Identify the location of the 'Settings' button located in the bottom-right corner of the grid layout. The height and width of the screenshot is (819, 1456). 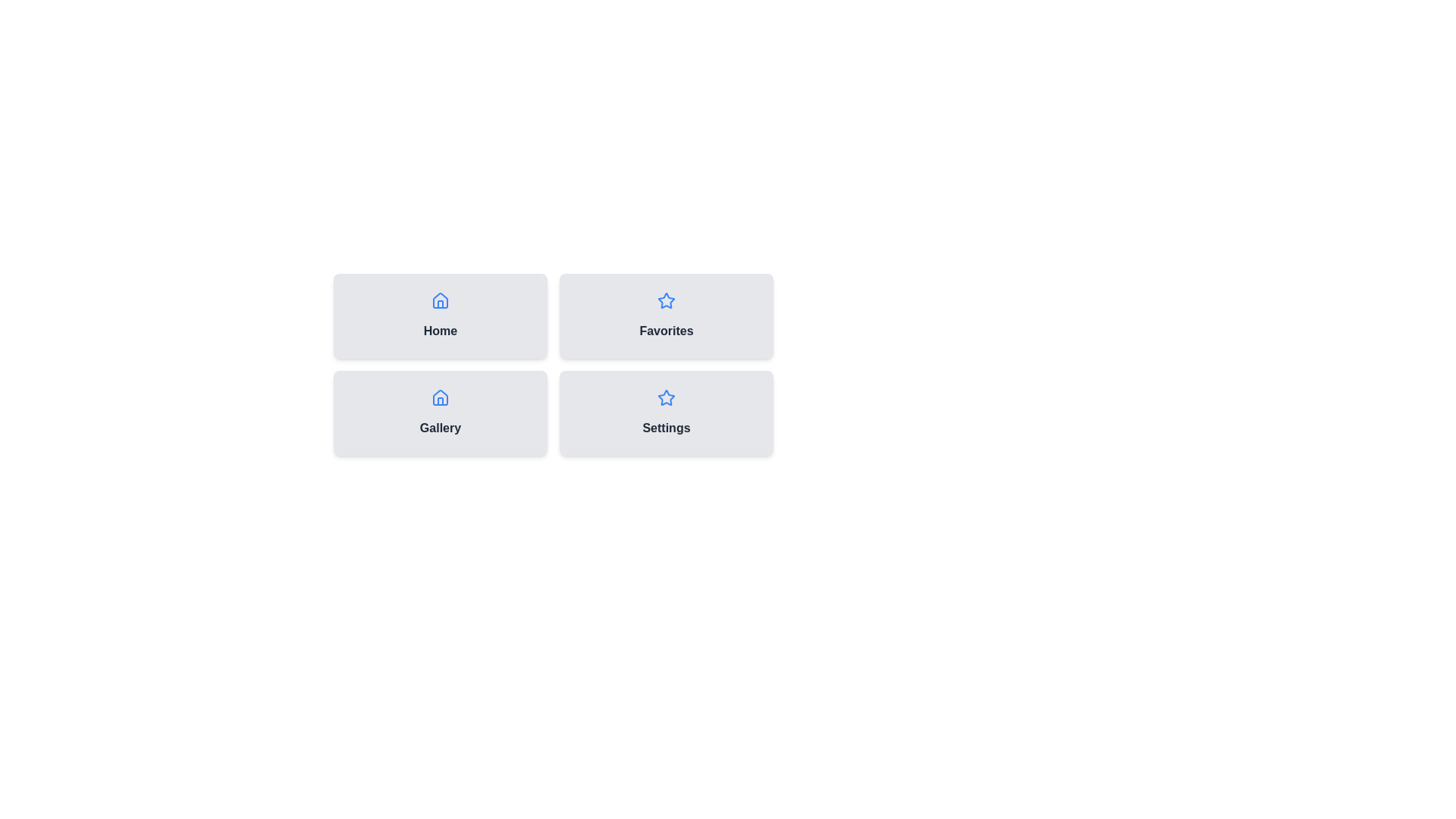
(666, 413).